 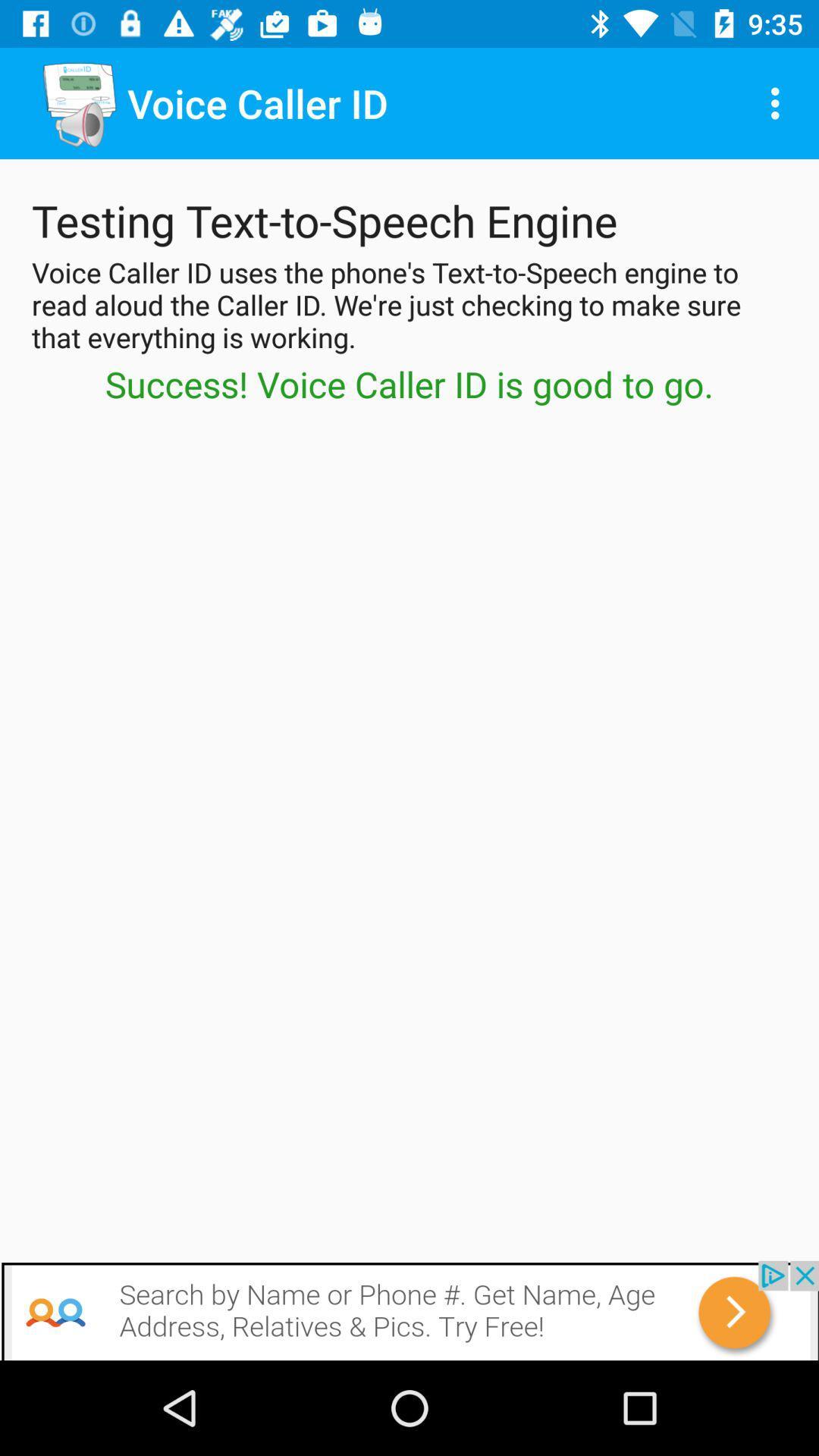 What do you see at coordinates (409, 1310) in the screenshot?
I see `show advertisement` at bounding box center [409, 1310].